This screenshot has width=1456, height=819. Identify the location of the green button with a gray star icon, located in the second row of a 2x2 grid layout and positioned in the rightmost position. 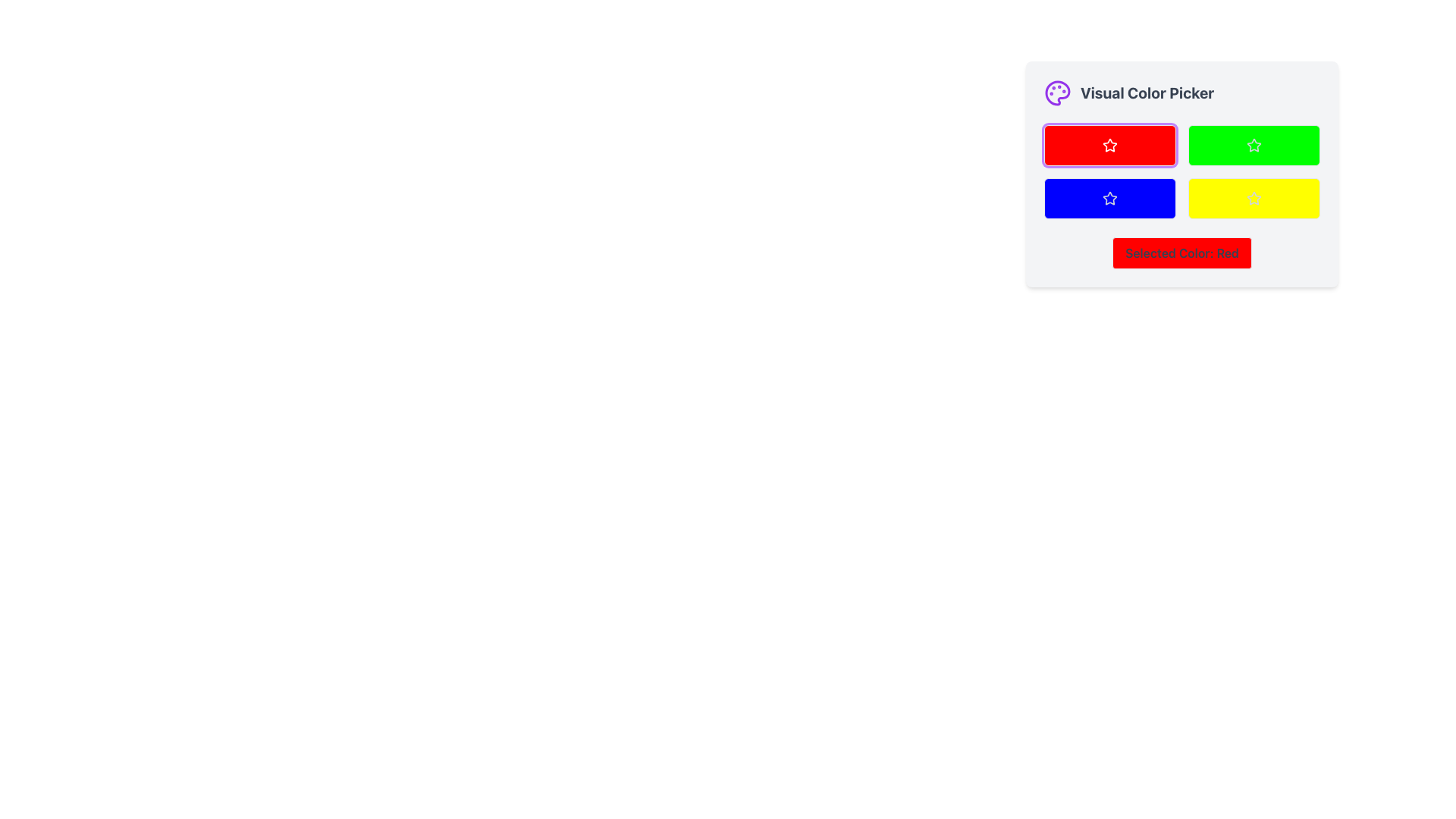
(1254, 146).